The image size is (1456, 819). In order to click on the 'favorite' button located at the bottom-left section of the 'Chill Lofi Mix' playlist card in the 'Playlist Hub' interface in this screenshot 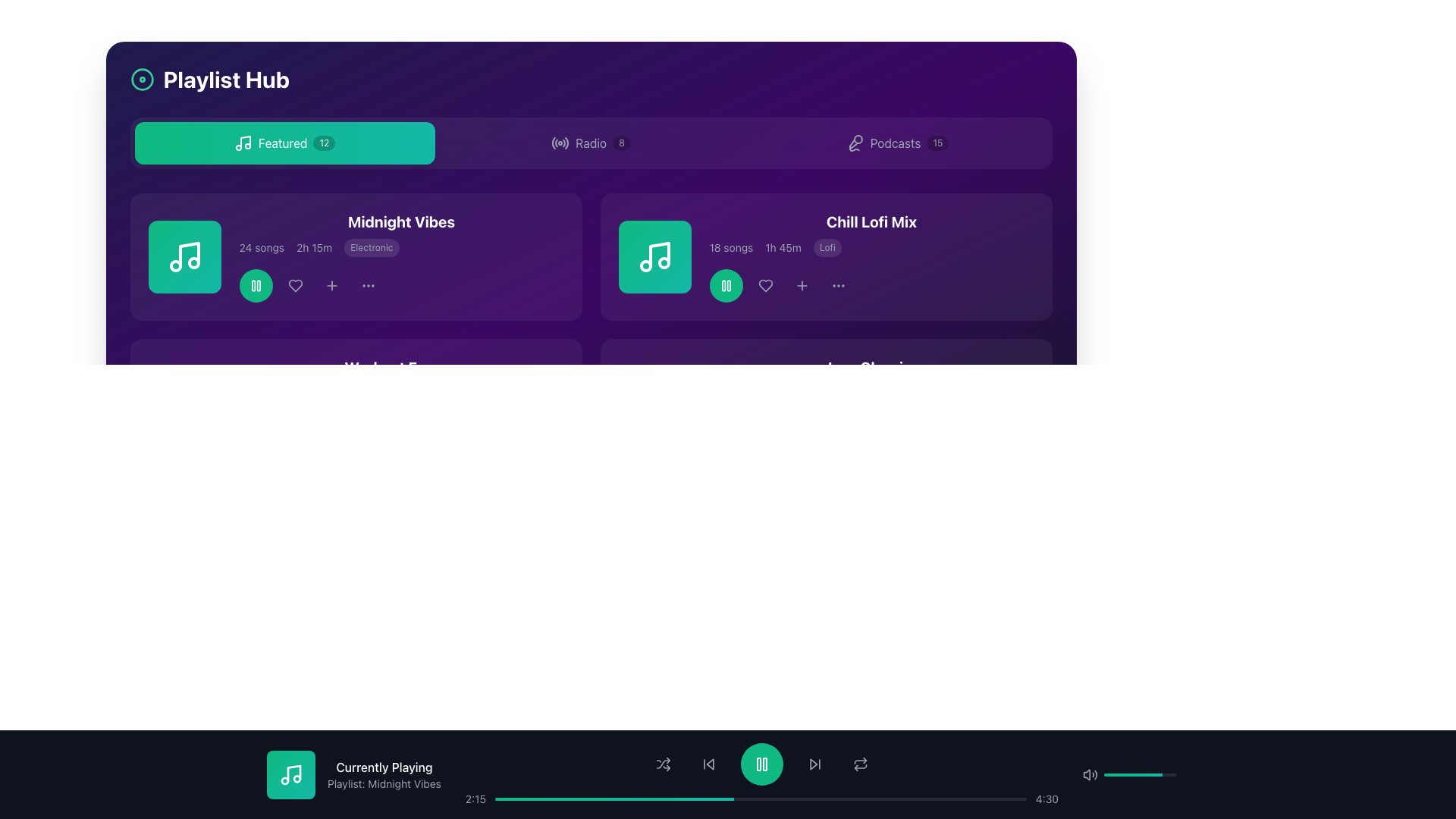, I will do `click(765, 431)`.